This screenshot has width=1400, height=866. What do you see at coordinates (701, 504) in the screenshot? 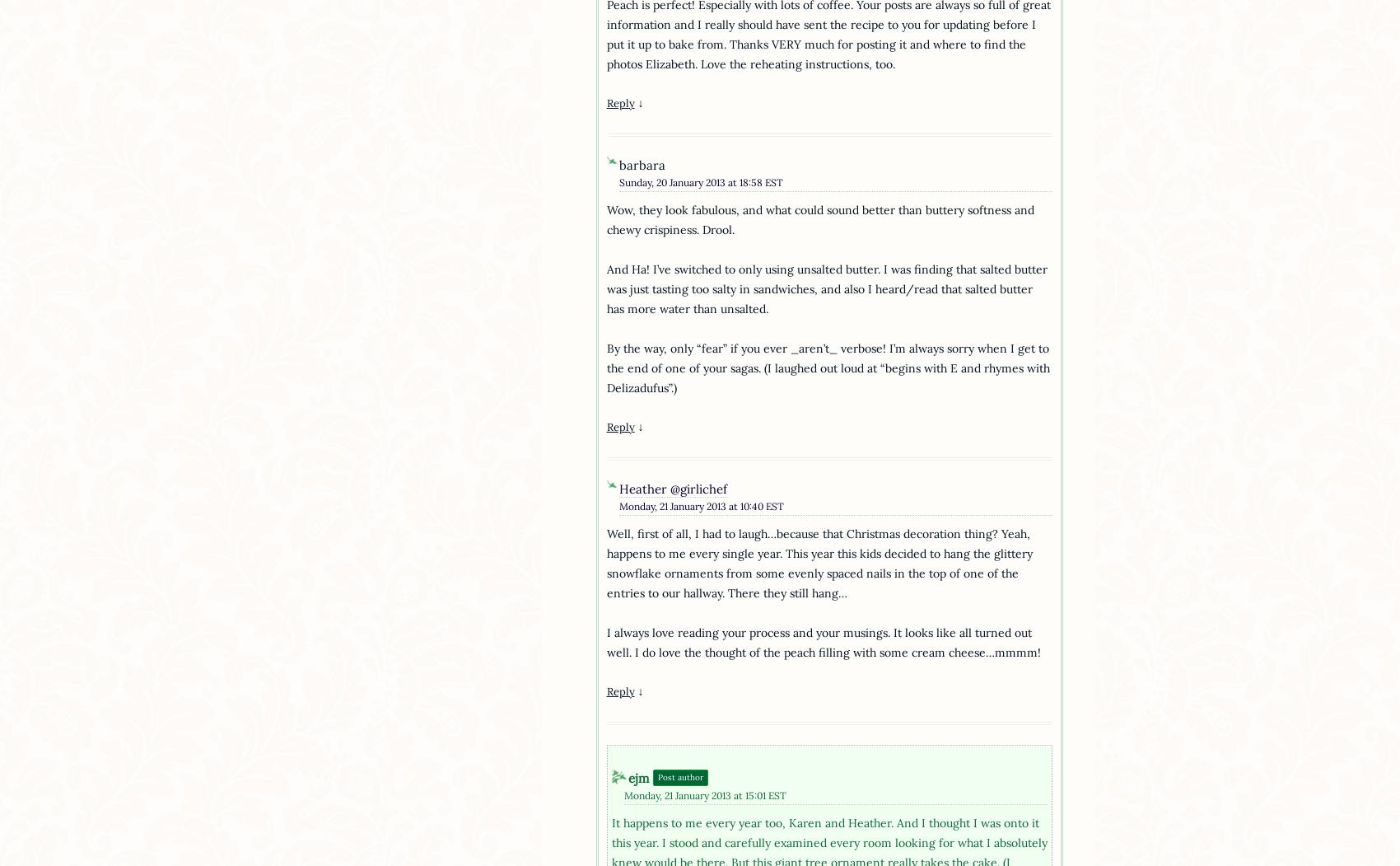
I see `'Monday, 21 January 2013 at 10:40 EST'` at bounding box center [701, 504].